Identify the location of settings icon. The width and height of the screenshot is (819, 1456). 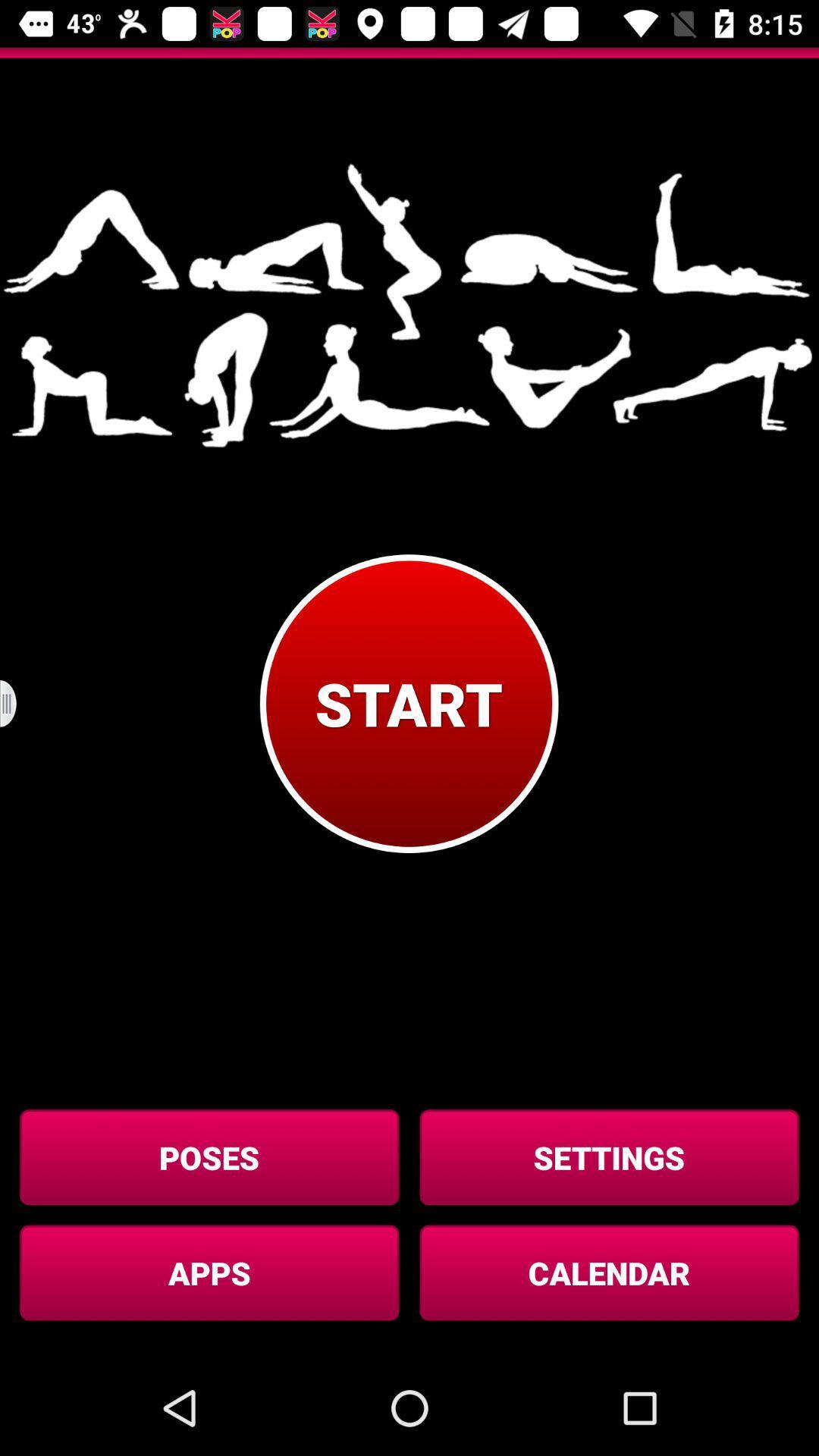
(608, 1156).